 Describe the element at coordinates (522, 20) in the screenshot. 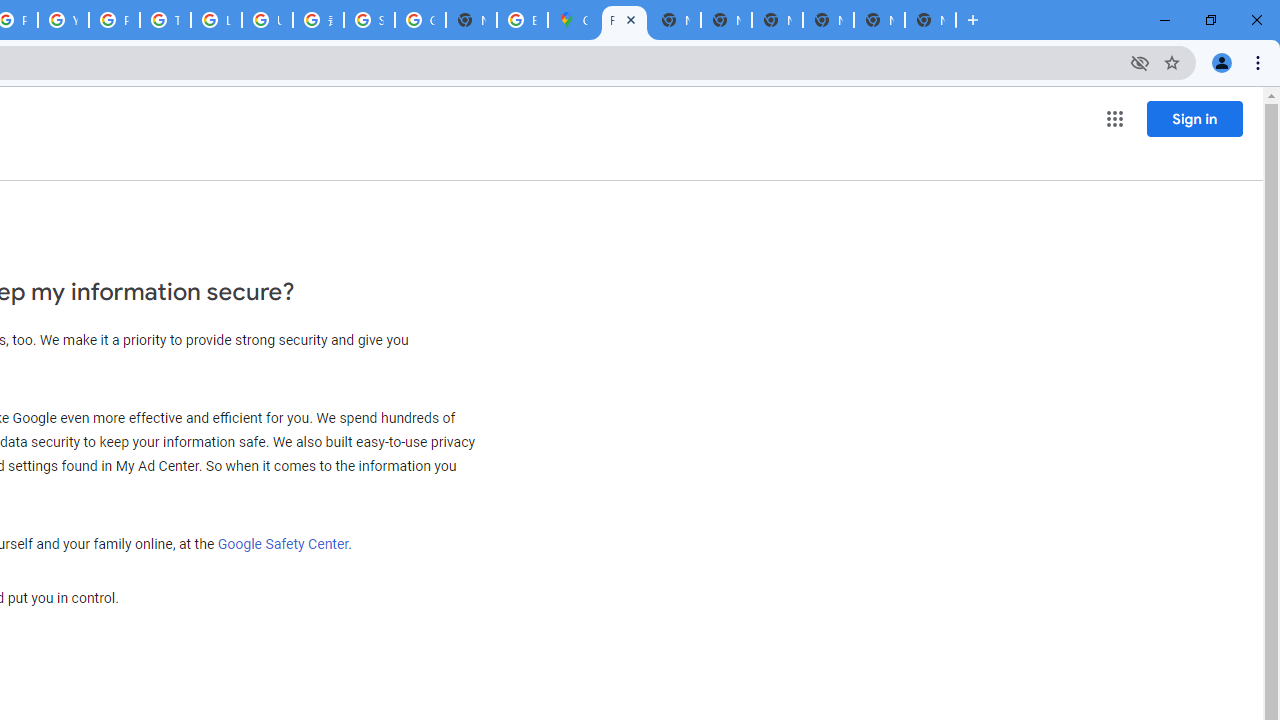

I see `'Explore new street-level details - Google Maps Help'` at that location.